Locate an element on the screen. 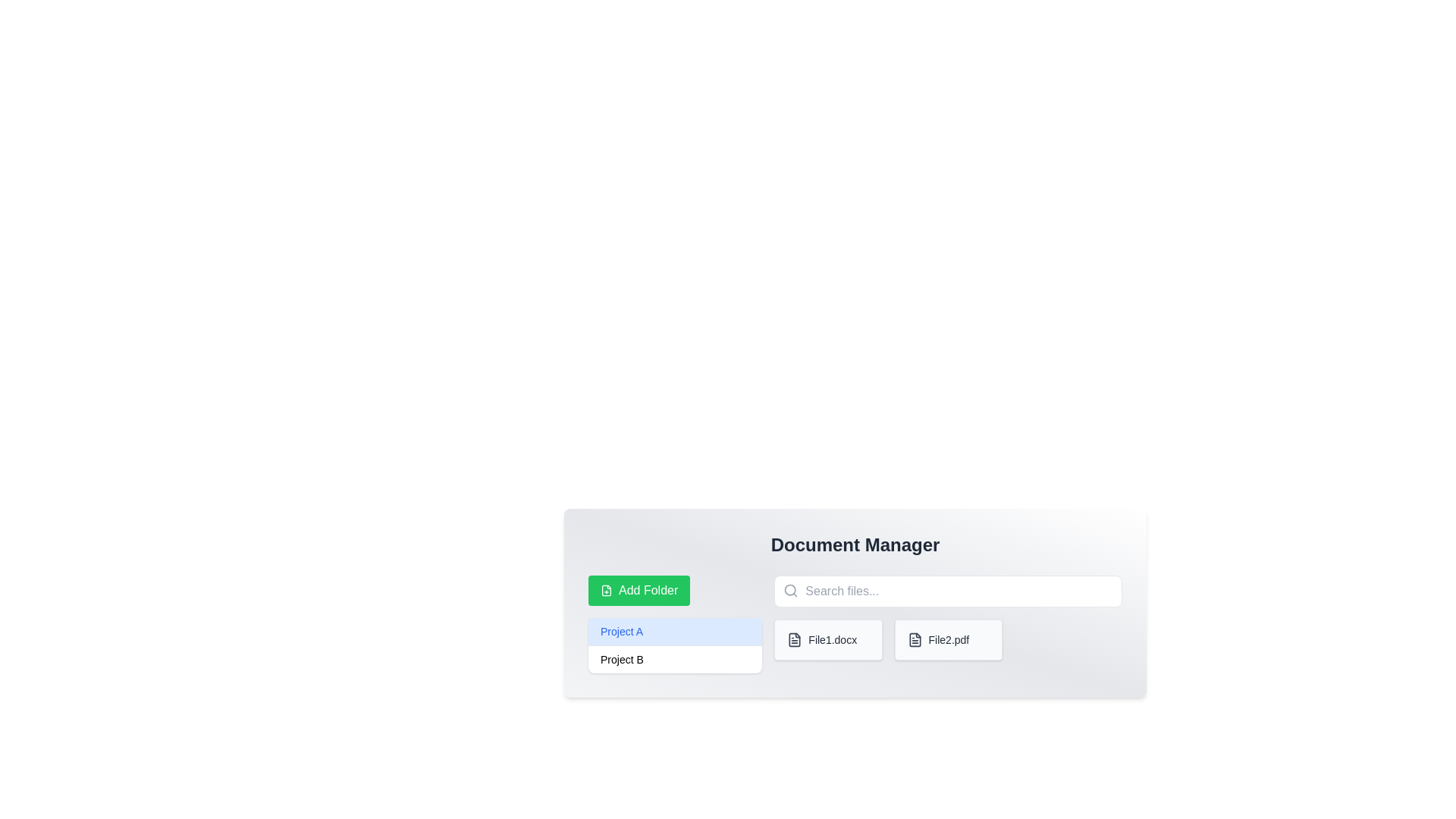 Image resolution: width=1456 pixels, height=819 pixels. the 'File2.pdf' item in the Document Manager section is located at coordinates (947, 624).